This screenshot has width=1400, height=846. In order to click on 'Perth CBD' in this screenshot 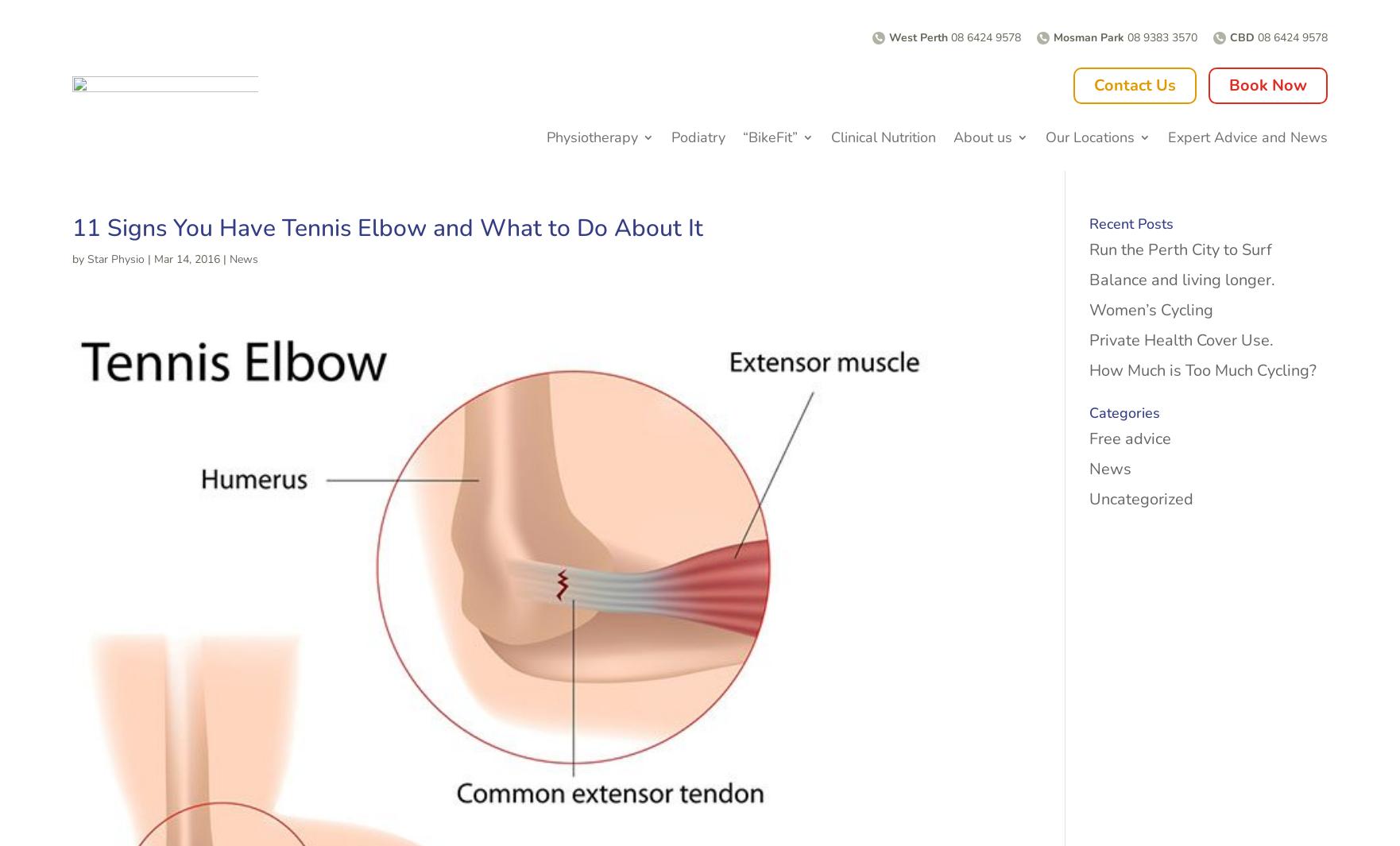, I will do `click(1085, 207)`.